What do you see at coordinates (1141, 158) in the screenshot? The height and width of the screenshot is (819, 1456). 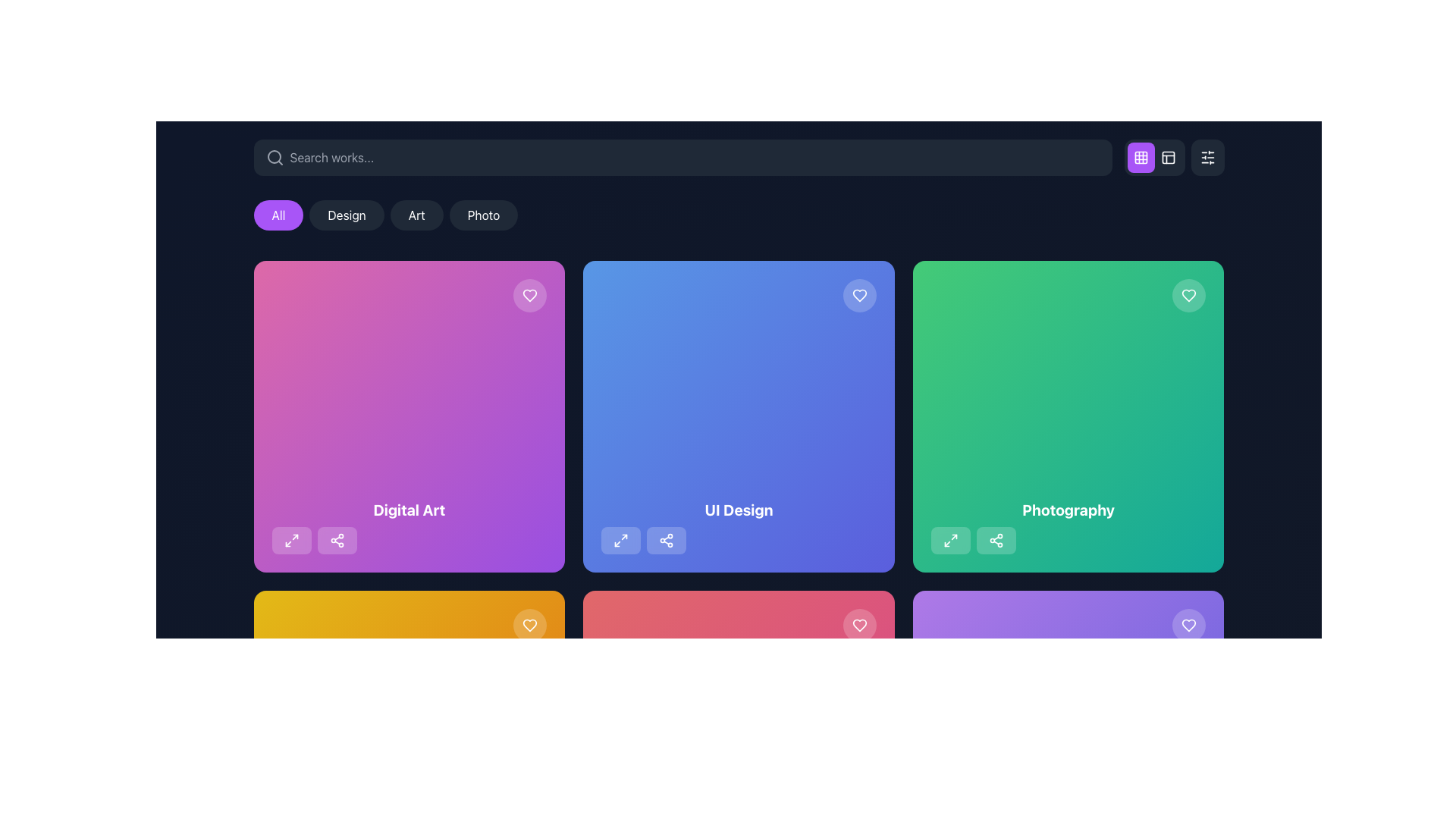 I see `the top-left rectangle of the grid layout icon located in the top-right corner of the interface, adjacent to toggle icons for configuration or views` at bounding box center [1141, 158].